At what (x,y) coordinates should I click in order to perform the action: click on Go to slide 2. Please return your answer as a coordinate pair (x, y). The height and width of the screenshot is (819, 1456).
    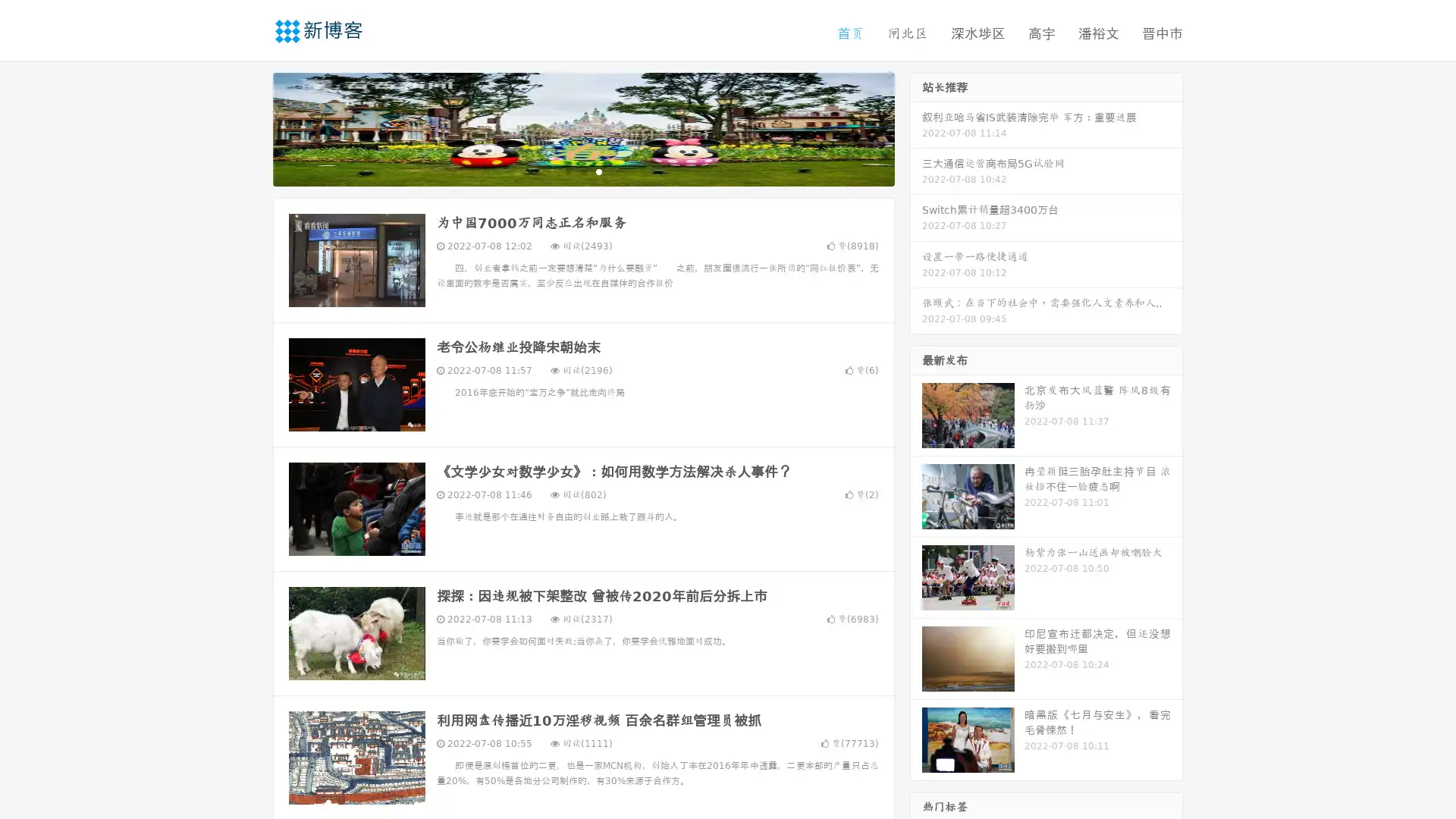
    Looking at the image, I should click on (582, 171).